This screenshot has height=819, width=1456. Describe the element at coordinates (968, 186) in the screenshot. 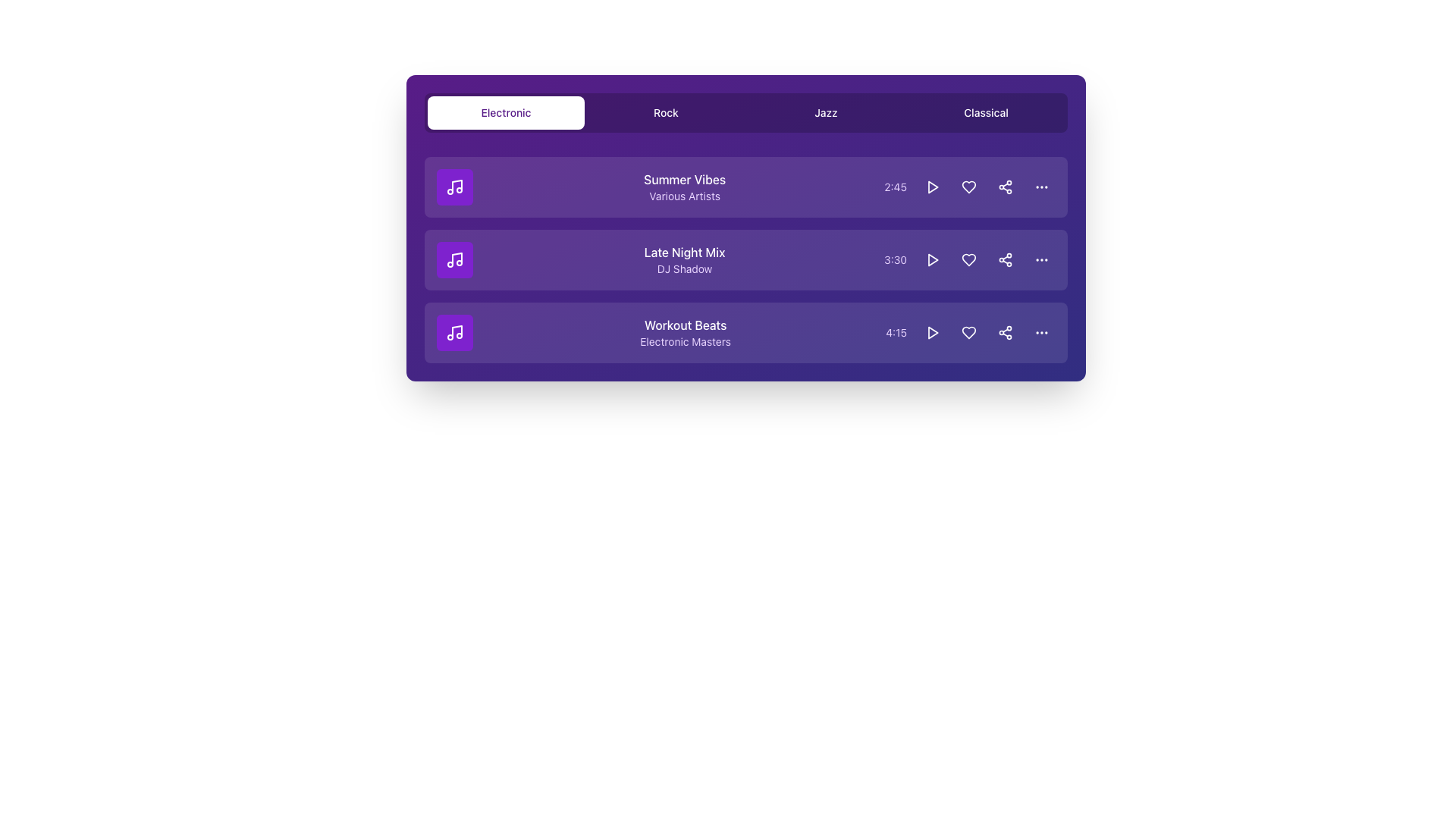

I see `the heart-shaped 'like' button located in the action area of the first song row ('Summer Vibes'), positioned between the play button and the share button` at that location.